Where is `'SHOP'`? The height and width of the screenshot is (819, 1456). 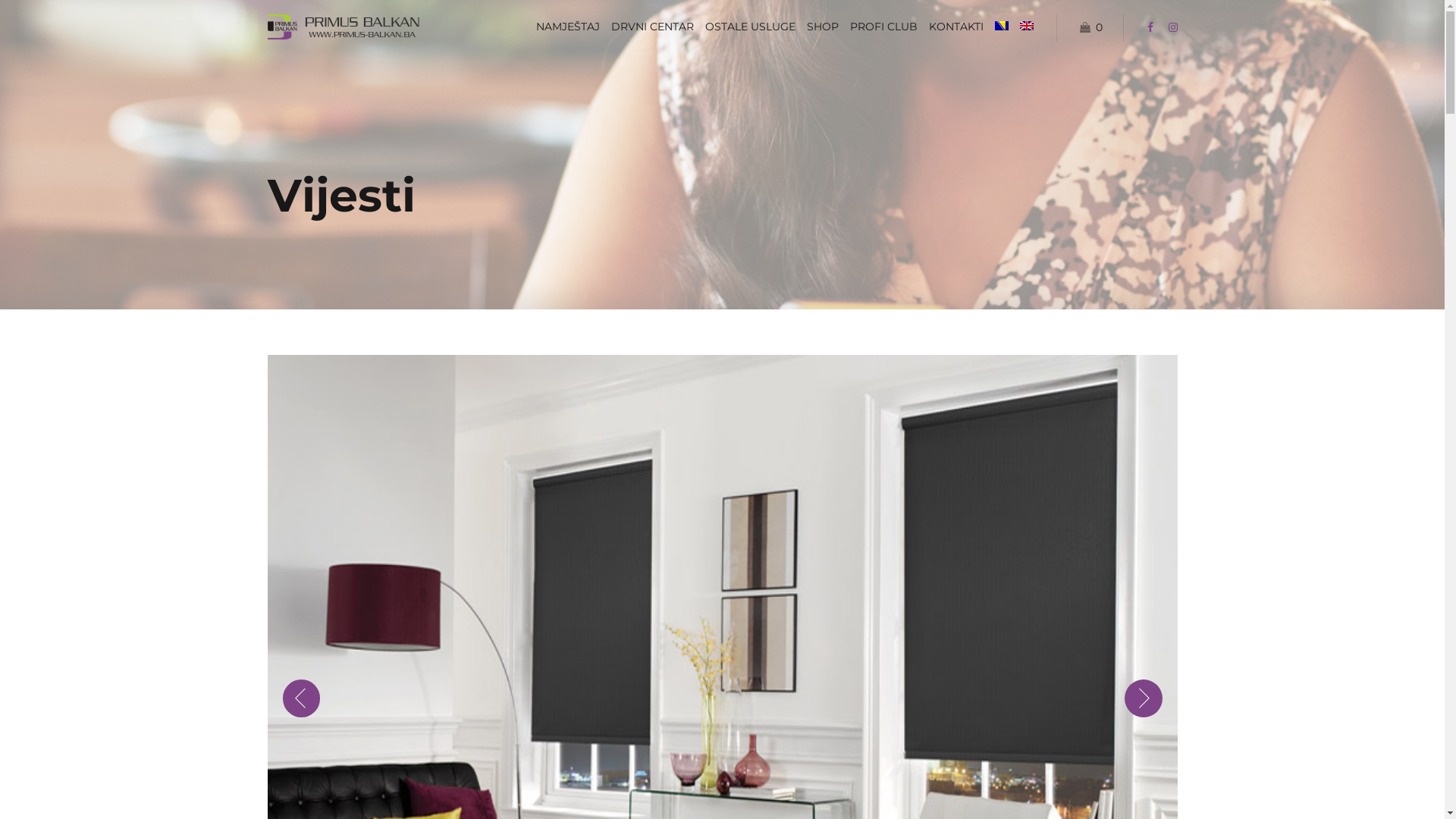
'SHOP' is located at coordinates (821, 26).